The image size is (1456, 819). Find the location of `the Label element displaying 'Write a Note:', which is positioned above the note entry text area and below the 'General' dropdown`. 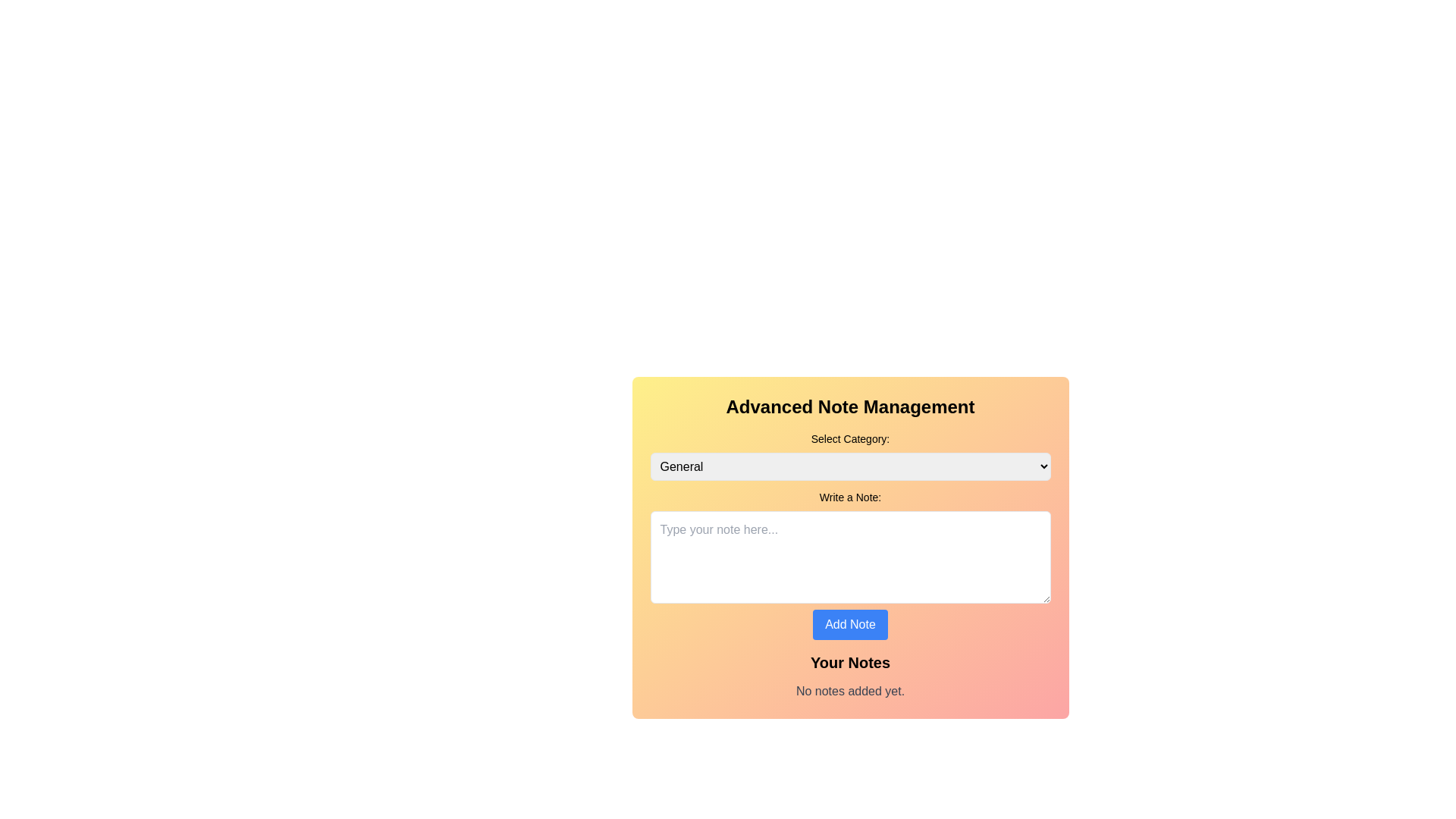

the Label element displaying 'Write a Note:', which is positioned above the note entry text area and below the 'General' dropdown is located at coordinates (850, 497).